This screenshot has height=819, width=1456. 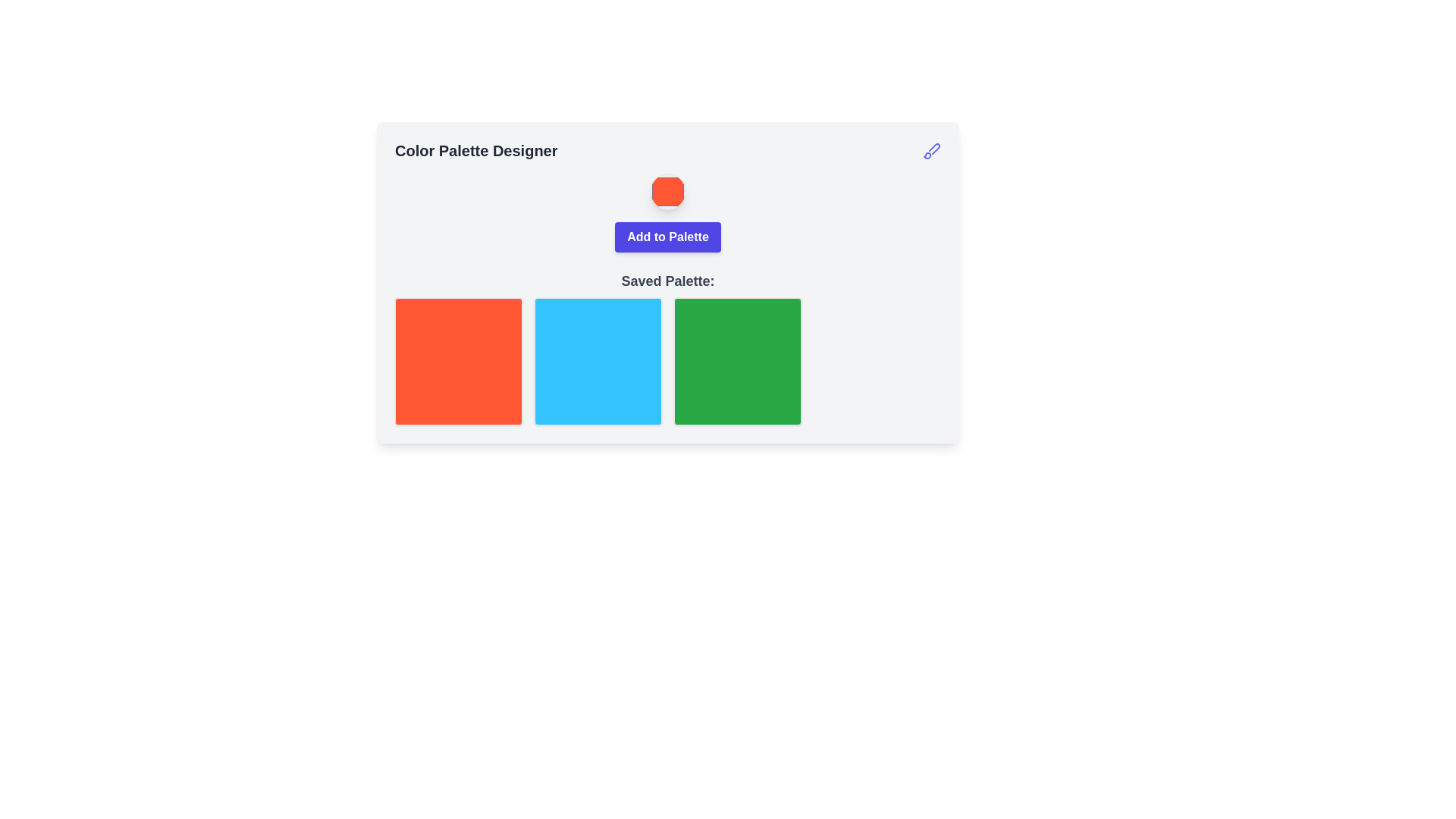 I want to click on the first colored box element in the grid, which is a solid orange square with rounded corners, positioned to the left of a light blue square and a green square, so click(x=457, y=362).